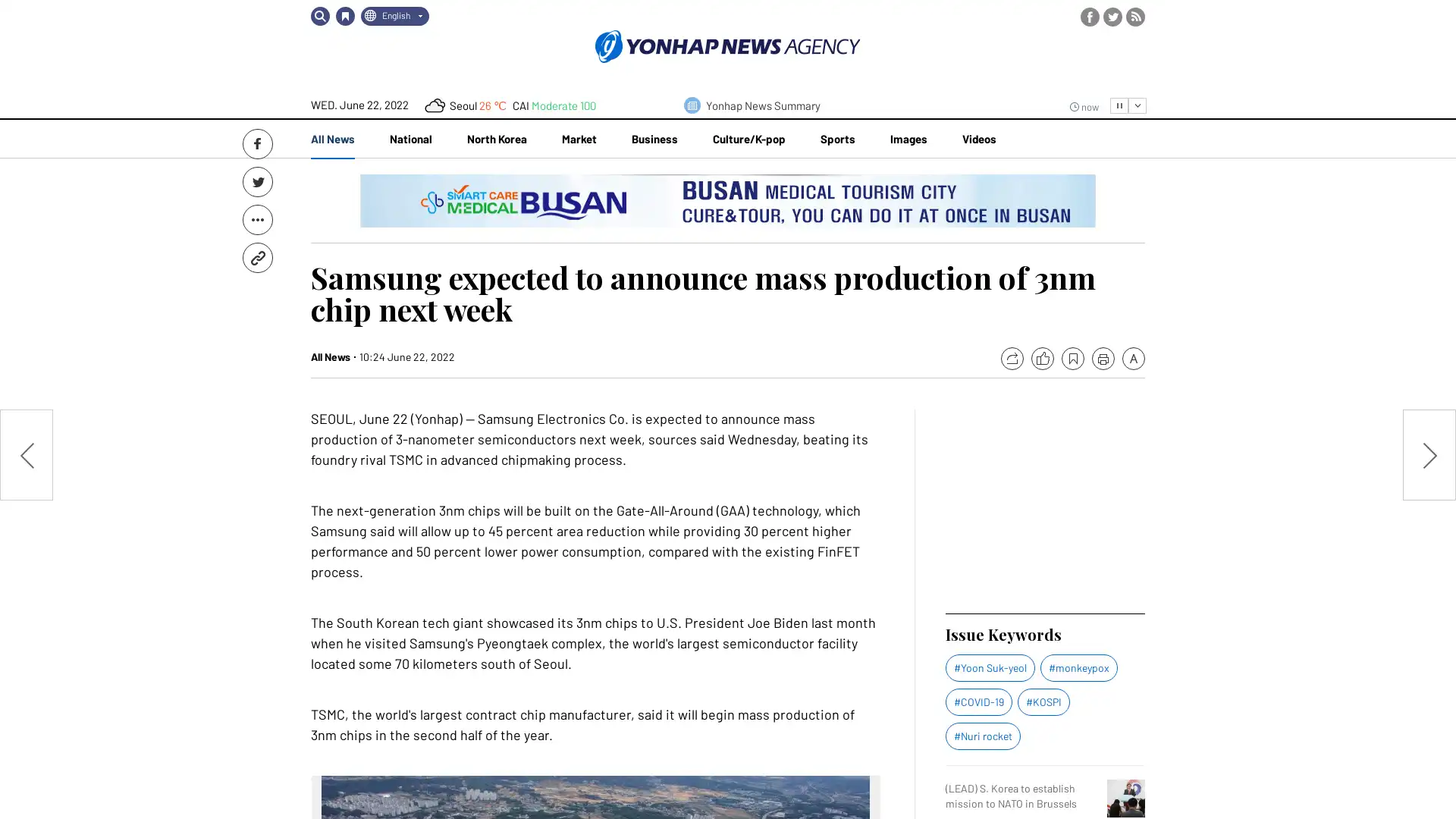  I want to click on Pause, so click(1119, 105).